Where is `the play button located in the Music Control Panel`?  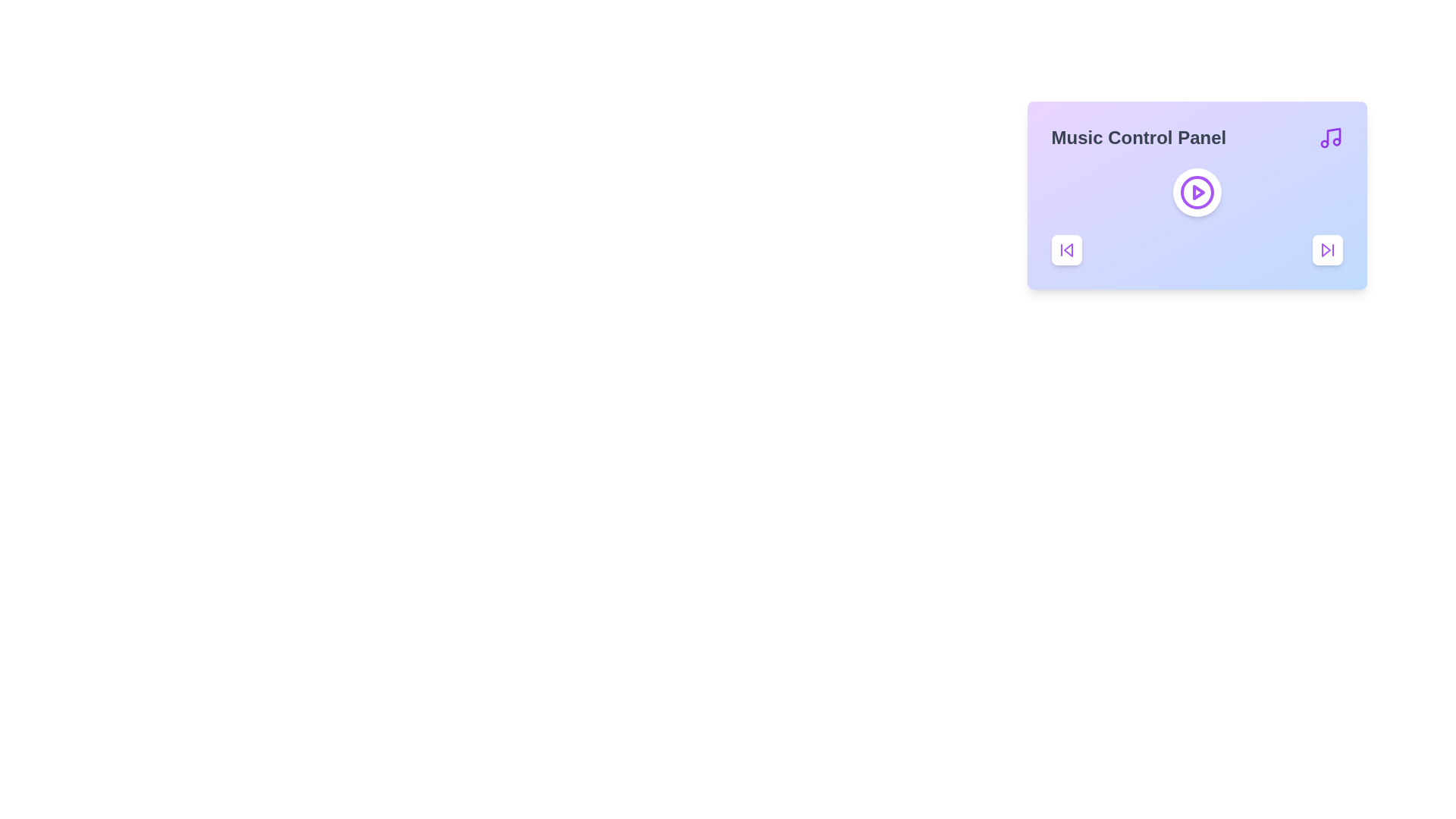
the play button located in the Music Control Panel is located at coordinates (1196, 192).